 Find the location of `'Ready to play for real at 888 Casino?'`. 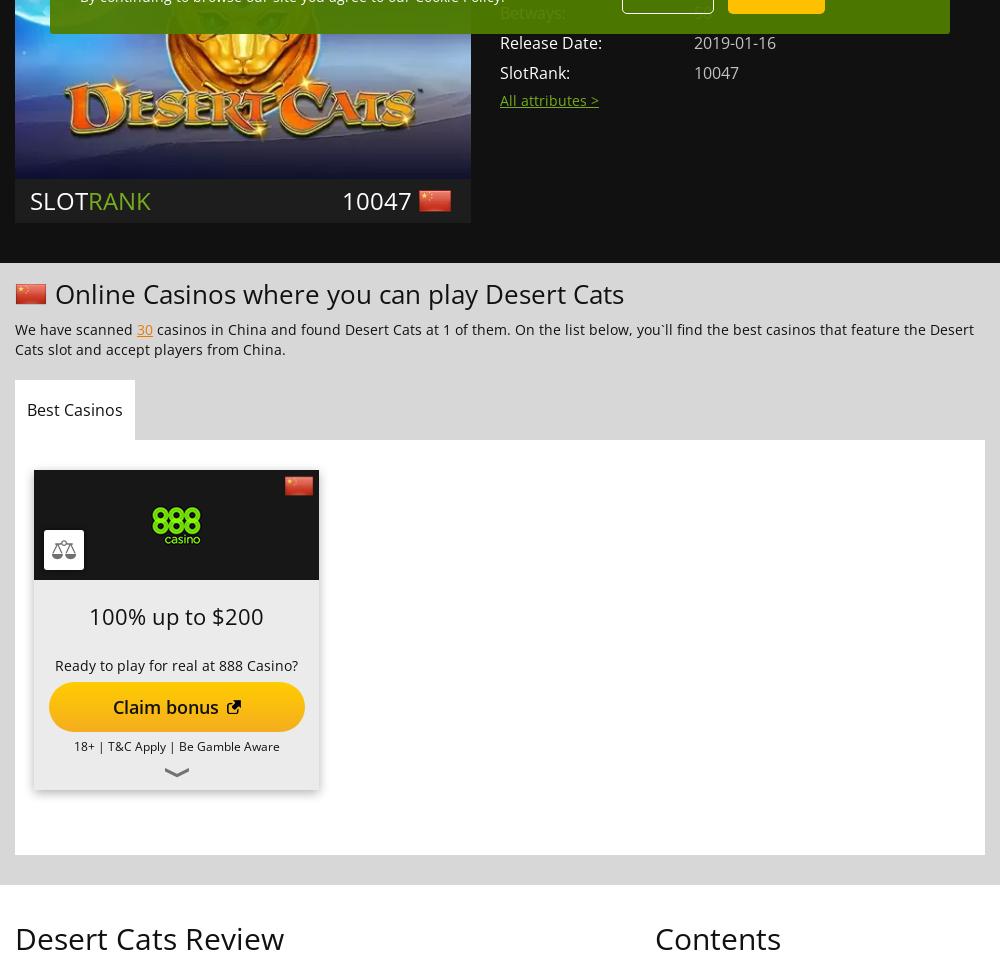

'Ready to play for real at 888 Casino?' is located at coordinates (176, 664).